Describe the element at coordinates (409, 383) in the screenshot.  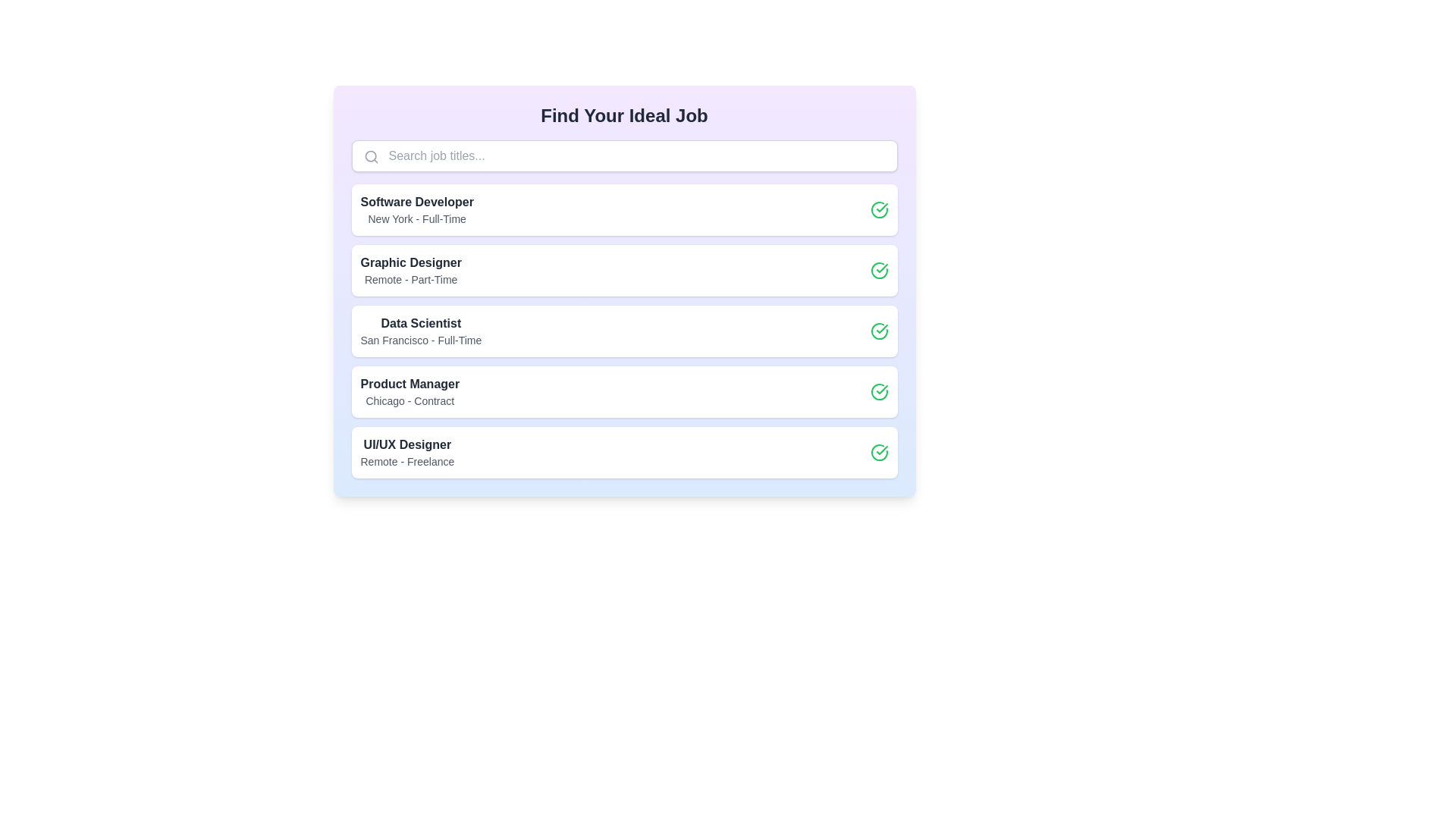
I see `the 'Product Manager' text label, which is displayed in bold dark gray within the third entry of the job board interface` at that location.